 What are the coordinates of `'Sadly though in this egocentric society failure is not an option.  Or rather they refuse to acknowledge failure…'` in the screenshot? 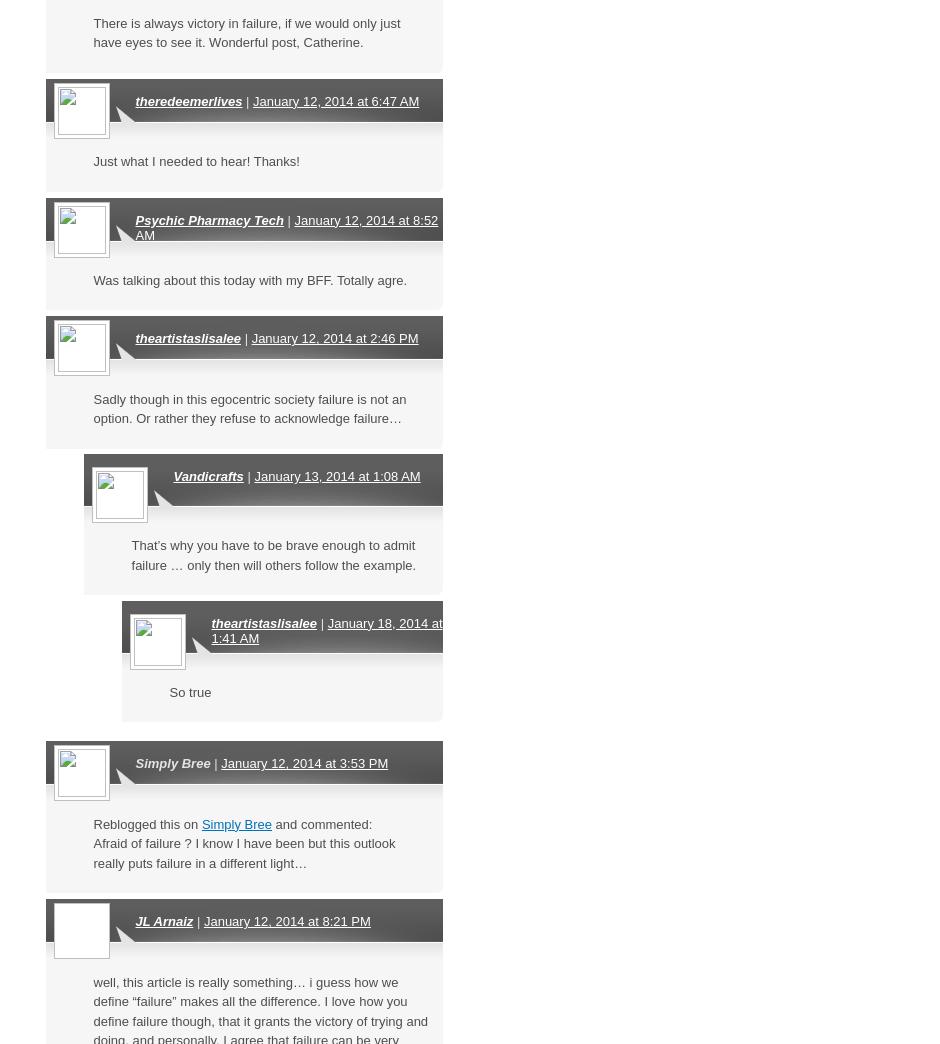 It's located at (249, 407).